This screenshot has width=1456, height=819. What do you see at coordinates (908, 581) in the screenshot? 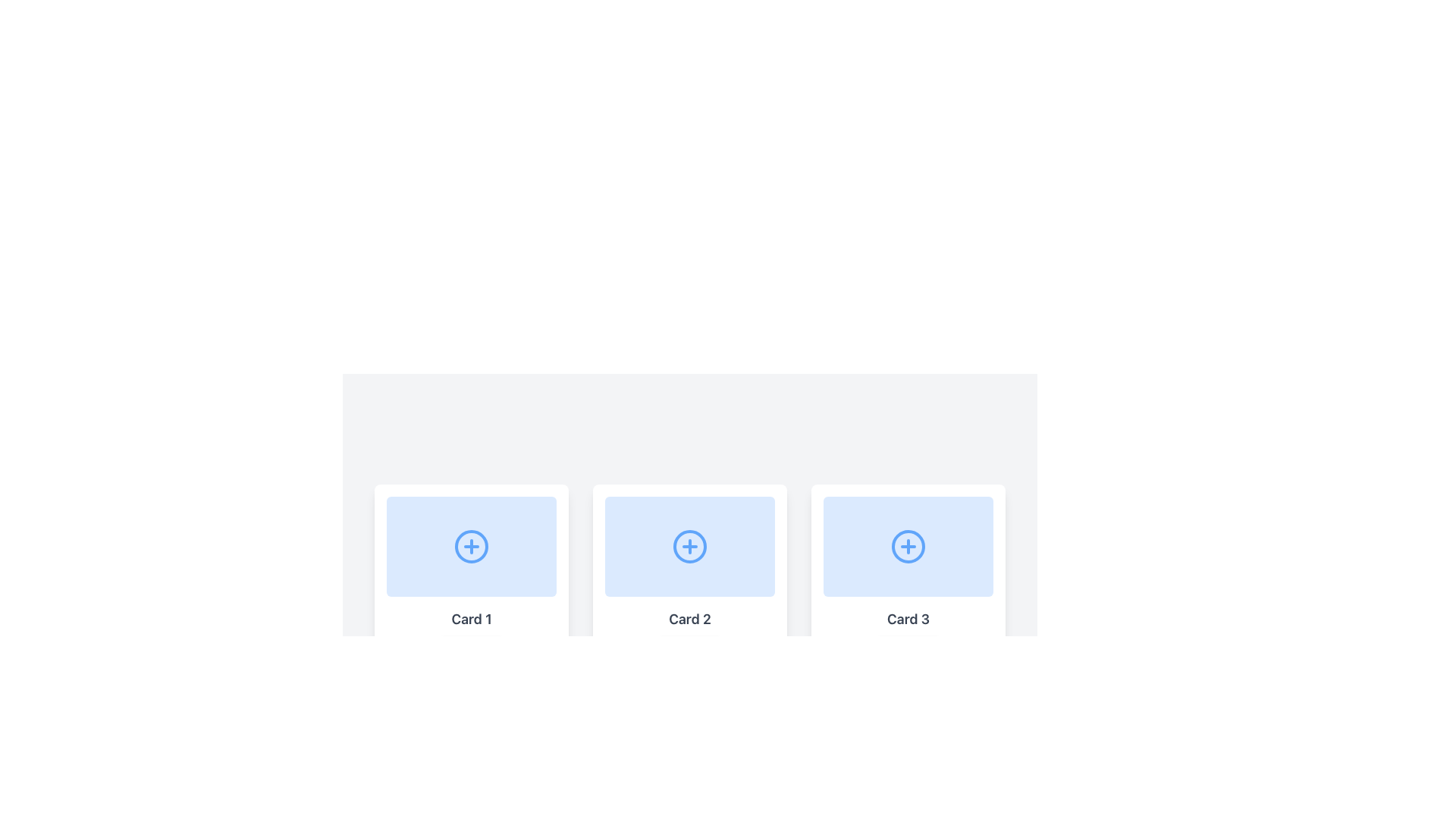
I see `the third card in a horizontal arrangement of six cards to interact with its functionality` at bounding box center [908, 581].